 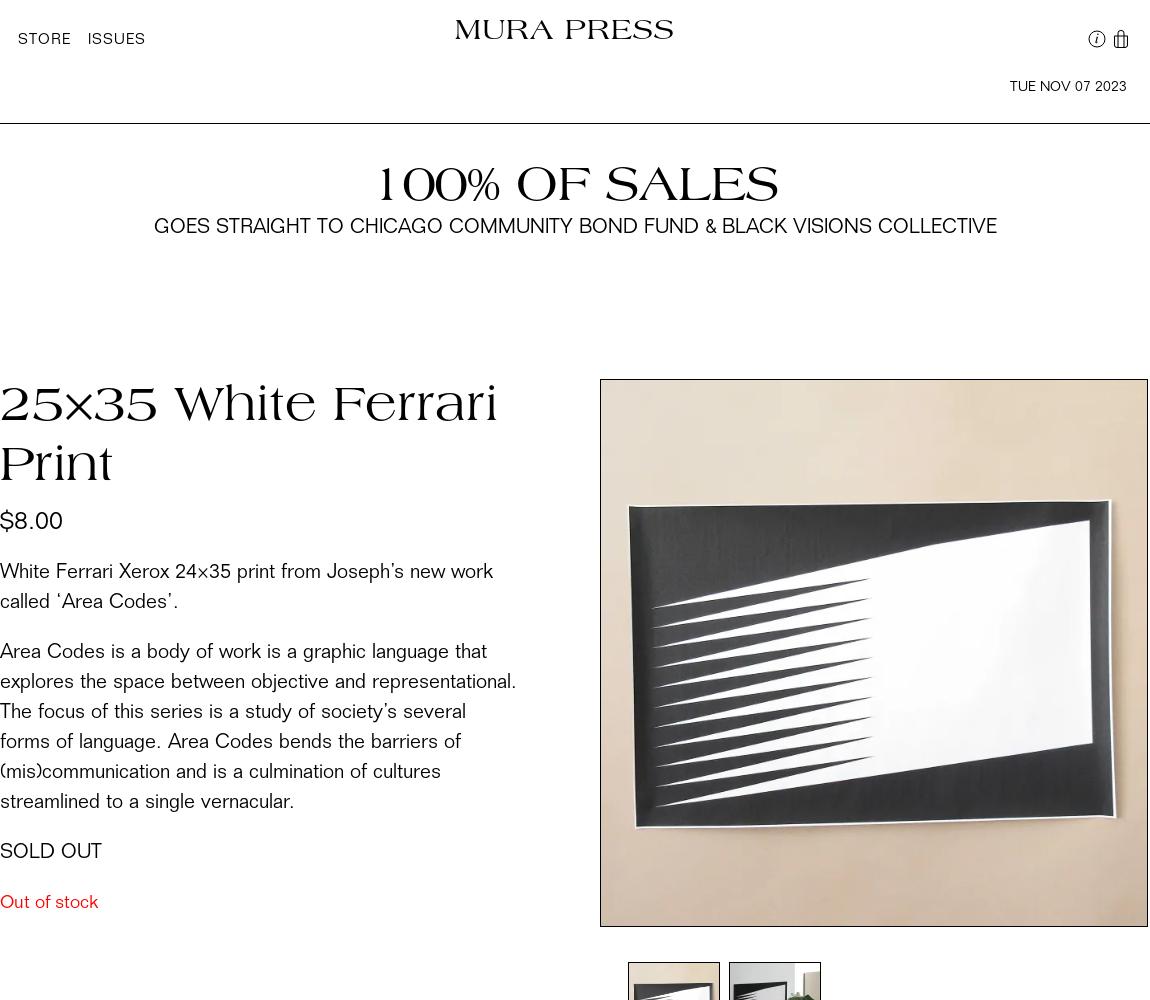 What do you see at coordinates (575, 188) in the screenshot?
I see `'100% OF SALES'` at bounding box center [575, 188].